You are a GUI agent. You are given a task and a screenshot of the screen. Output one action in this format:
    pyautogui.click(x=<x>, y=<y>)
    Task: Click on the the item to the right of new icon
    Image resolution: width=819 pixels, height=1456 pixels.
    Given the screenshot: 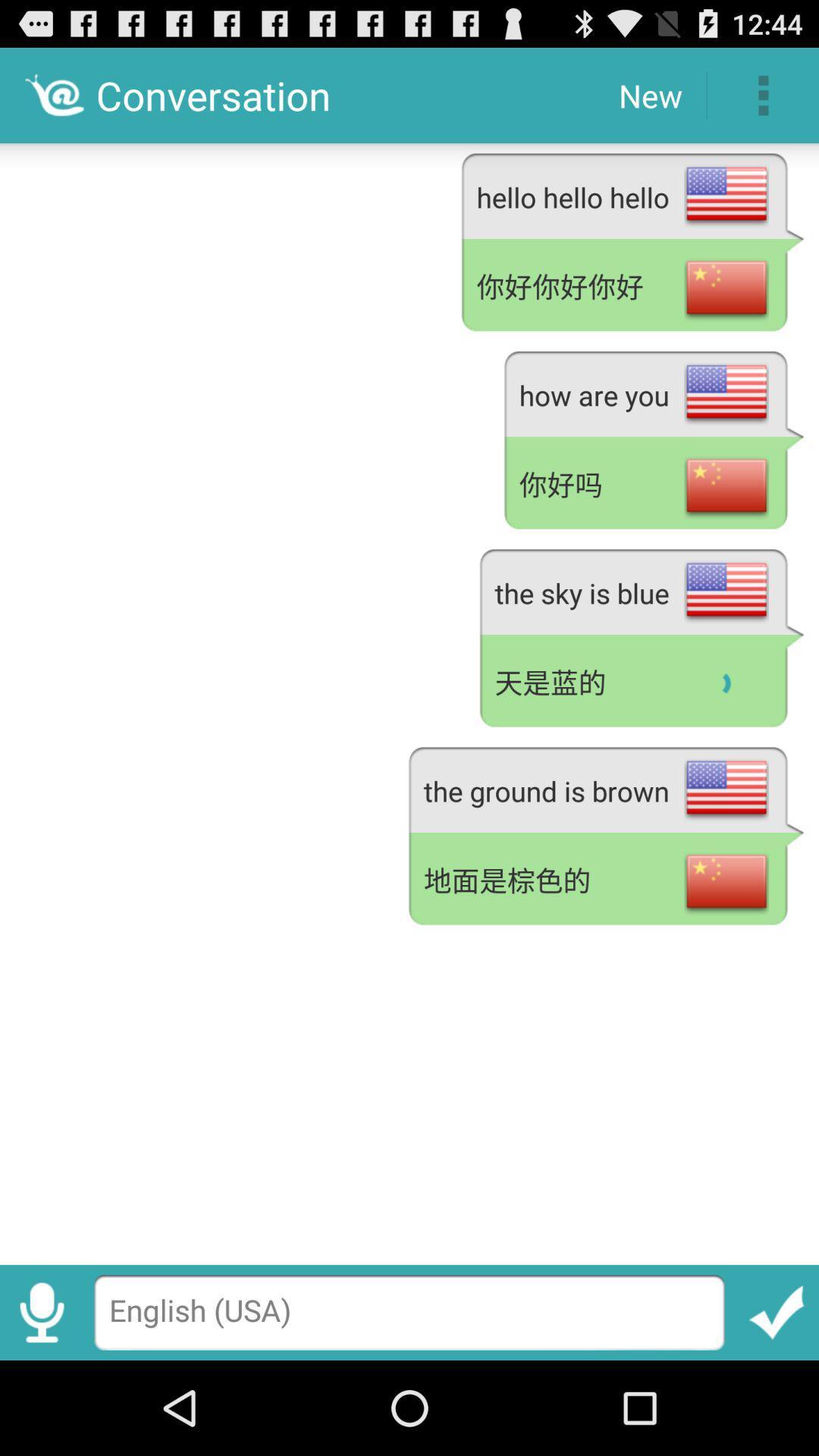 What is the action you would take?
    pyautogui.click(x=763, y=94)
    